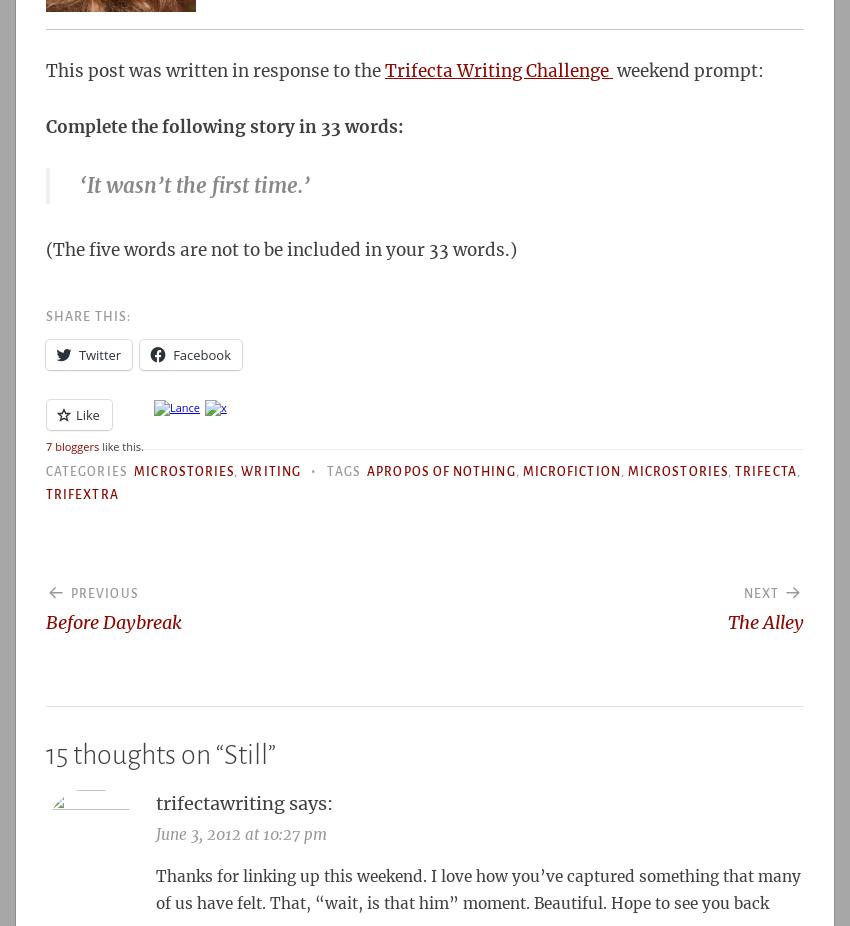  Describe the element at coordinates (571, 470) in the screenshot. I see `'microfiction'` at that location.